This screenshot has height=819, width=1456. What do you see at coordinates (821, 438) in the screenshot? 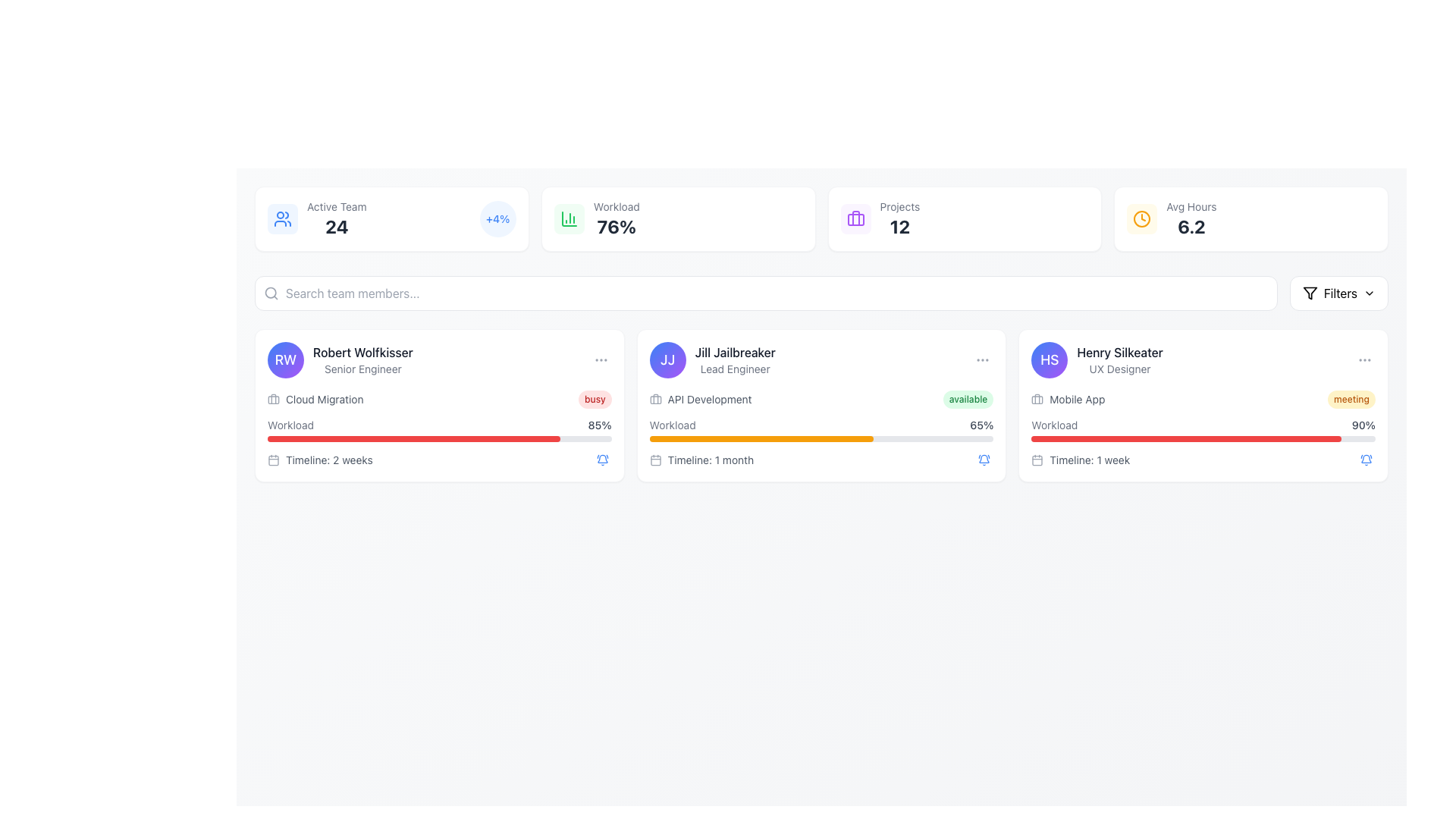
I see `the progress bar representing the workload percentage (65%) for the individual Jill Jailbreaker, located in the middle card of the interface` at bounding box center [821, 438].